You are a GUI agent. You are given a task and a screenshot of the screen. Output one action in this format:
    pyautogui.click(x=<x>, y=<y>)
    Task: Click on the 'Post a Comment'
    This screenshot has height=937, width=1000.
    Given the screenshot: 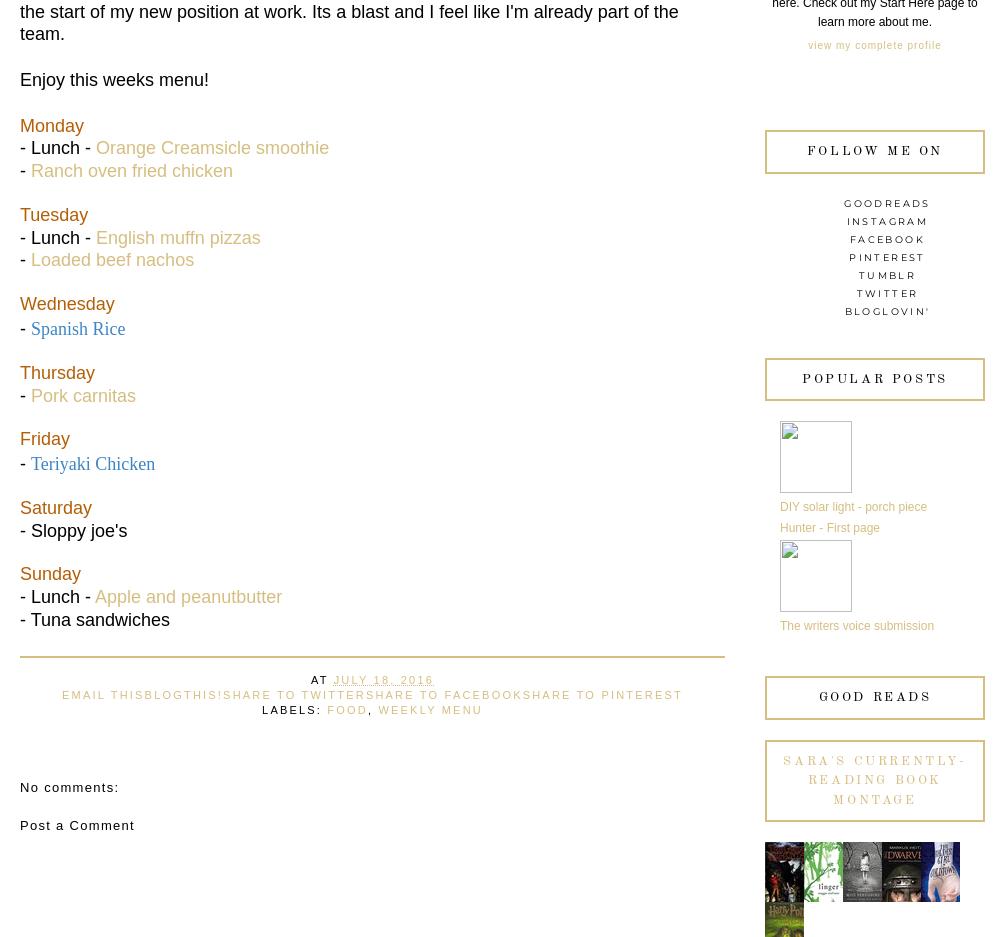 What is the action you would take?
    pyautogui.click(x=76, y=823)
    